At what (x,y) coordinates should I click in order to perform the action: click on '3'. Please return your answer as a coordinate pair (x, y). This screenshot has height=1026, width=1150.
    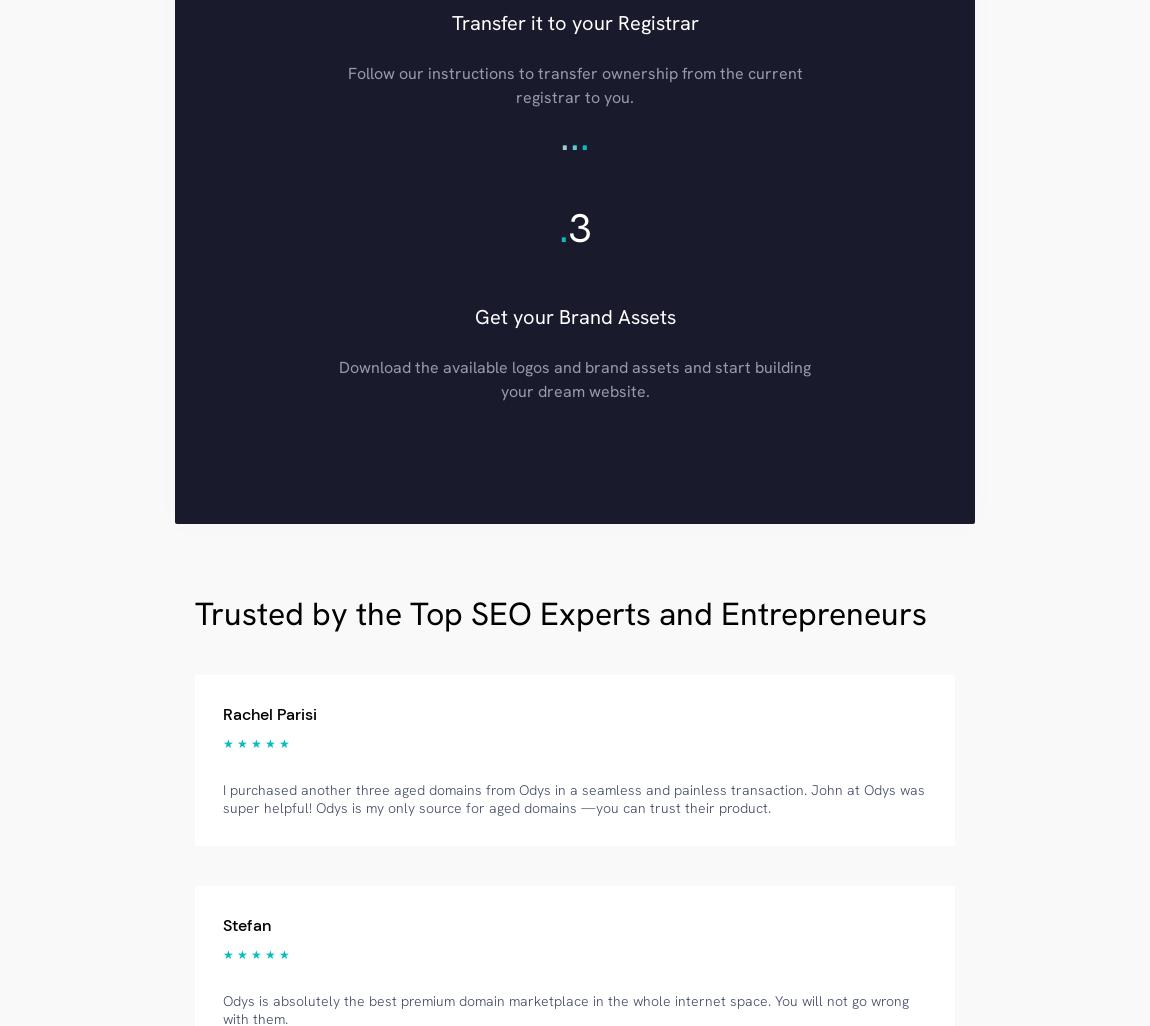
    Looking at the image, I should click on (578, 226).